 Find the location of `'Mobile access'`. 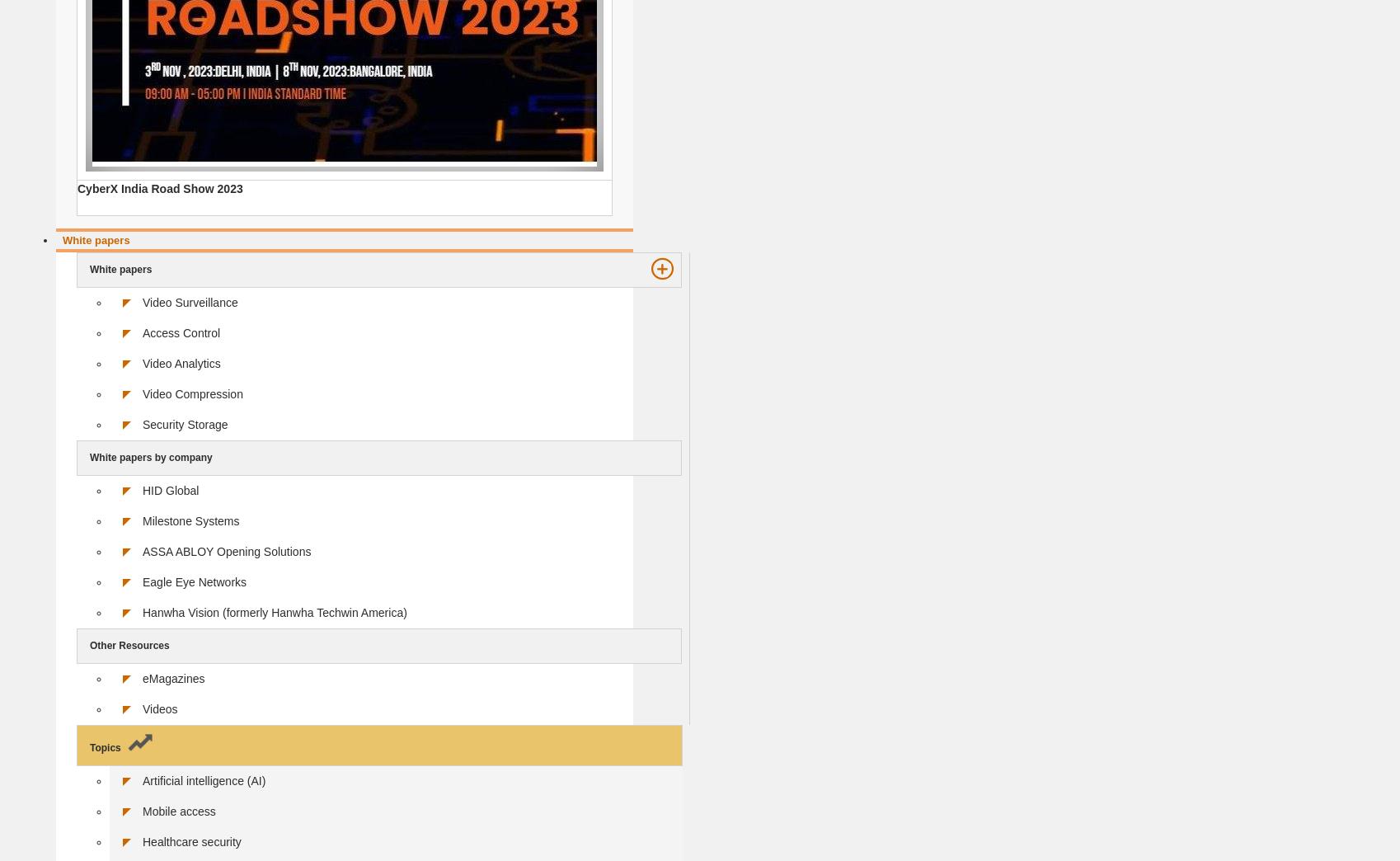

'Mobile access' is located at coordinates (143, 811).